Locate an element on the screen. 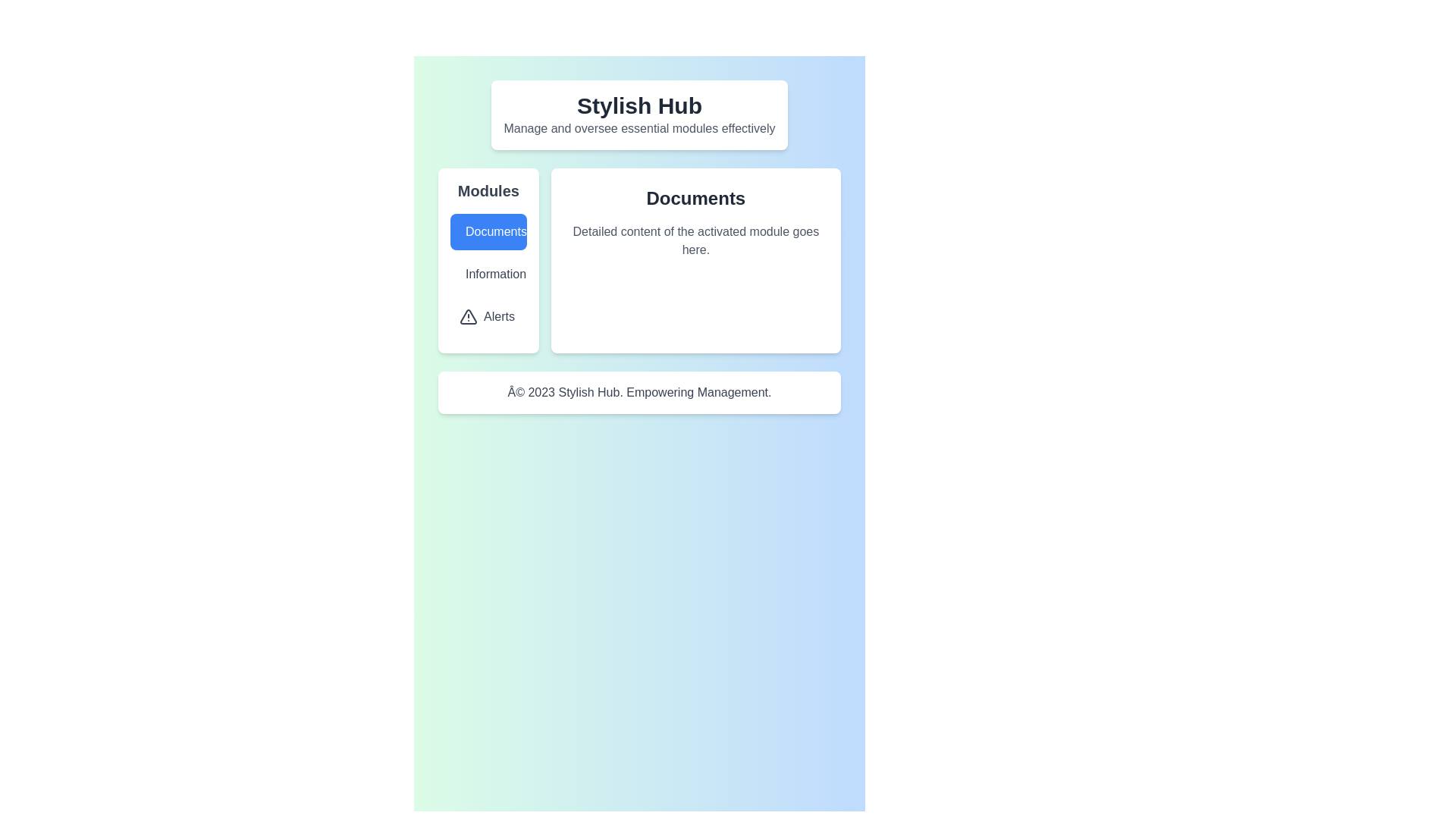  the 'Alerts' button in the 'Modules' list located in the left column of the interface is located at coordinates (488, 315).